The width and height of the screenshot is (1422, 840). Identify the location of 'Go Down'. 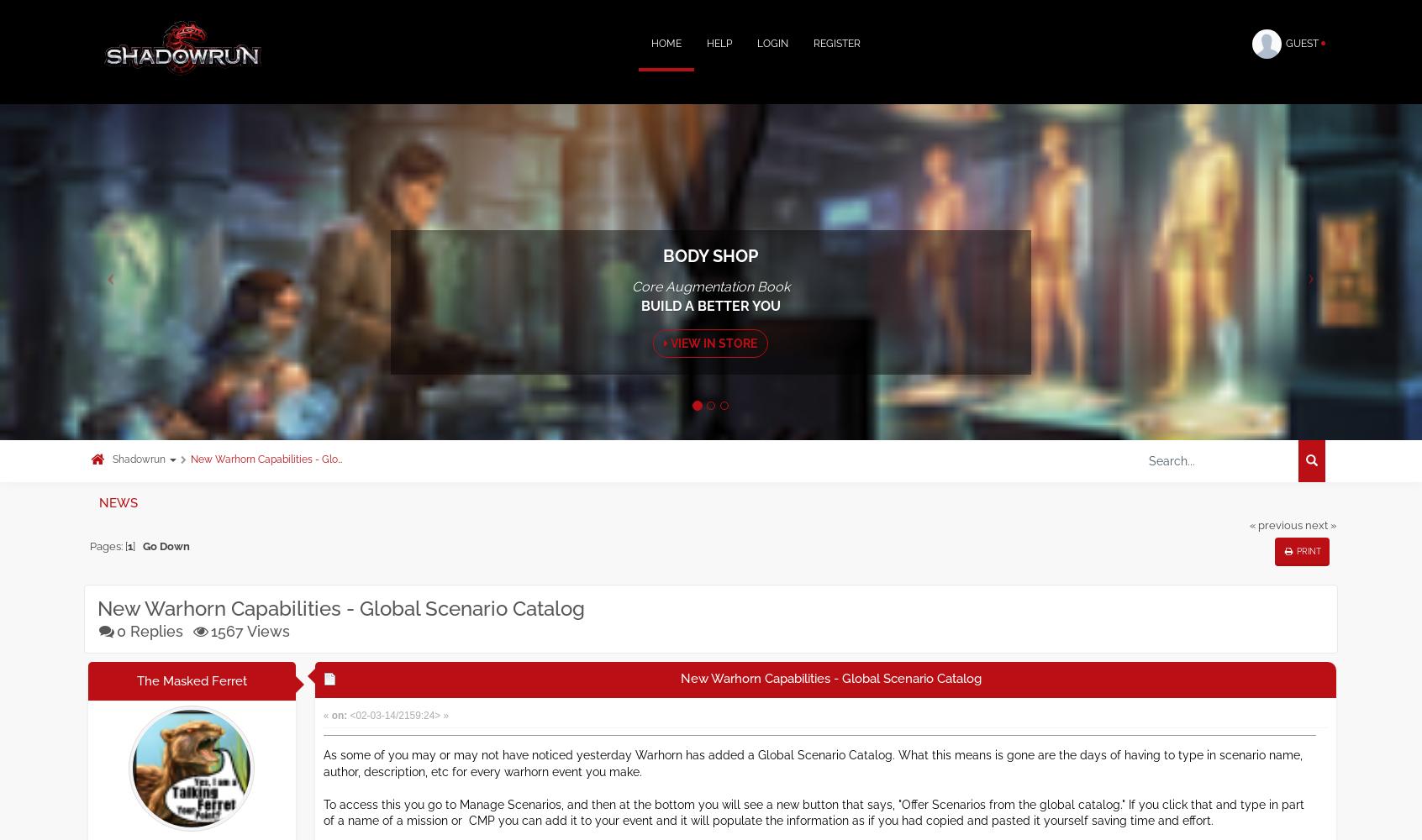
(165, 546).